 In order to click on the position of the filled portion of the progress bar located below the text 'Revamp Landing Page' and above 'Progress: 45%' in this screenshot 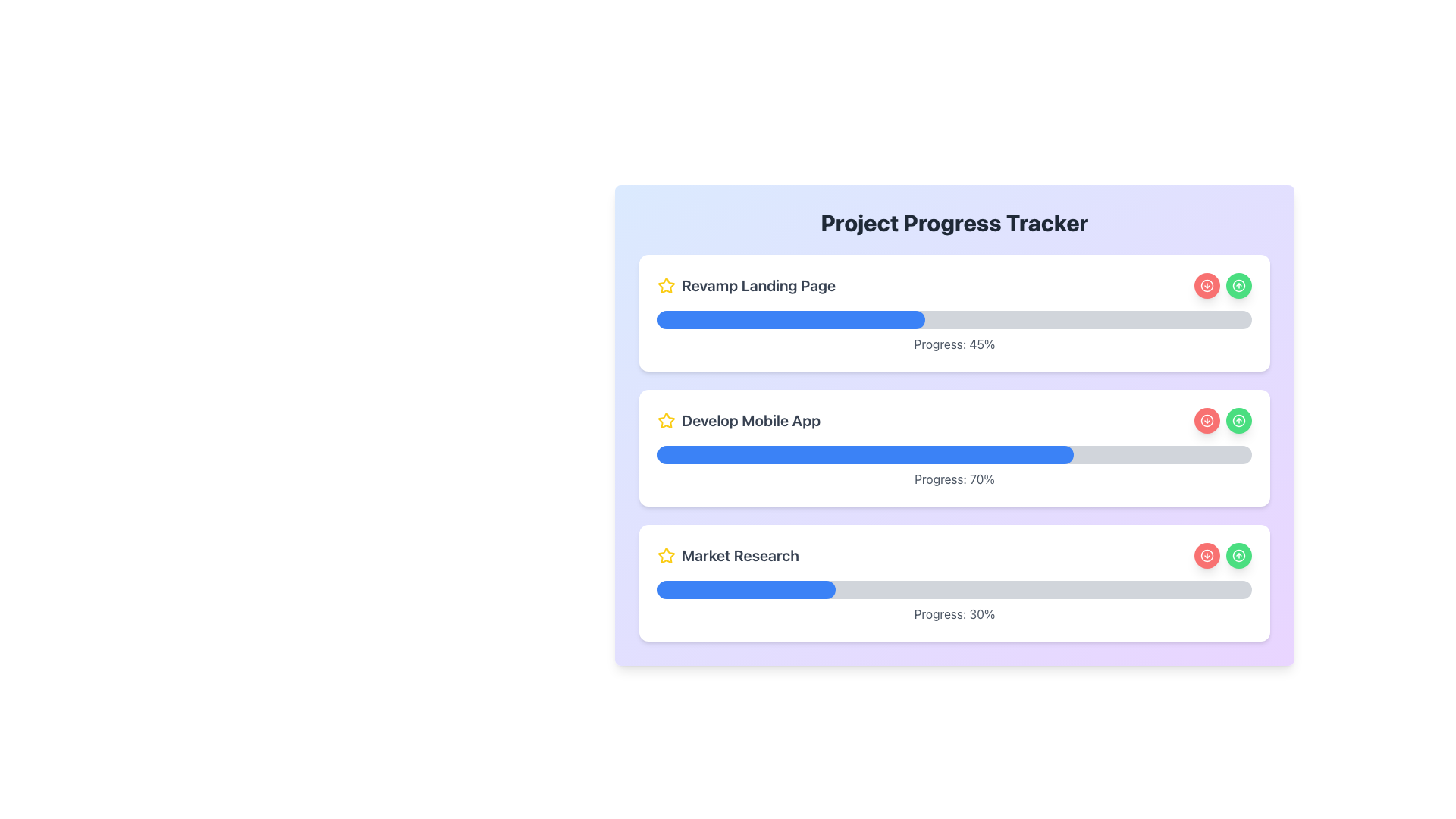, I will do `click(953, 318)`.